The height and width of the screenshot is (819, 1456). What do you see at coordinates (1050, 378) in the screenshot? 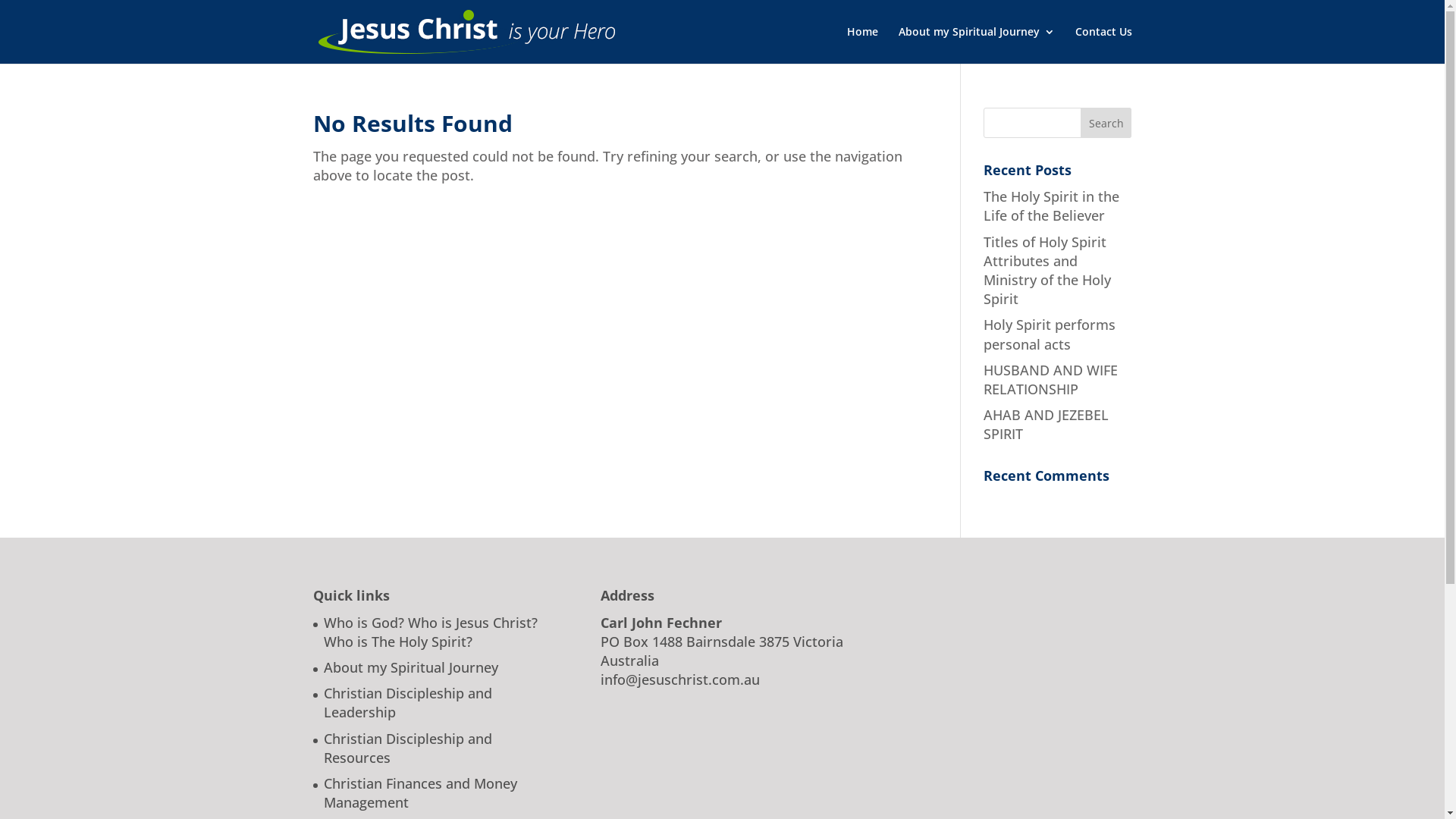
I see `'HUSBAND AND WIFE RELATIONSHIP'` at bounding box center [1050, 378].